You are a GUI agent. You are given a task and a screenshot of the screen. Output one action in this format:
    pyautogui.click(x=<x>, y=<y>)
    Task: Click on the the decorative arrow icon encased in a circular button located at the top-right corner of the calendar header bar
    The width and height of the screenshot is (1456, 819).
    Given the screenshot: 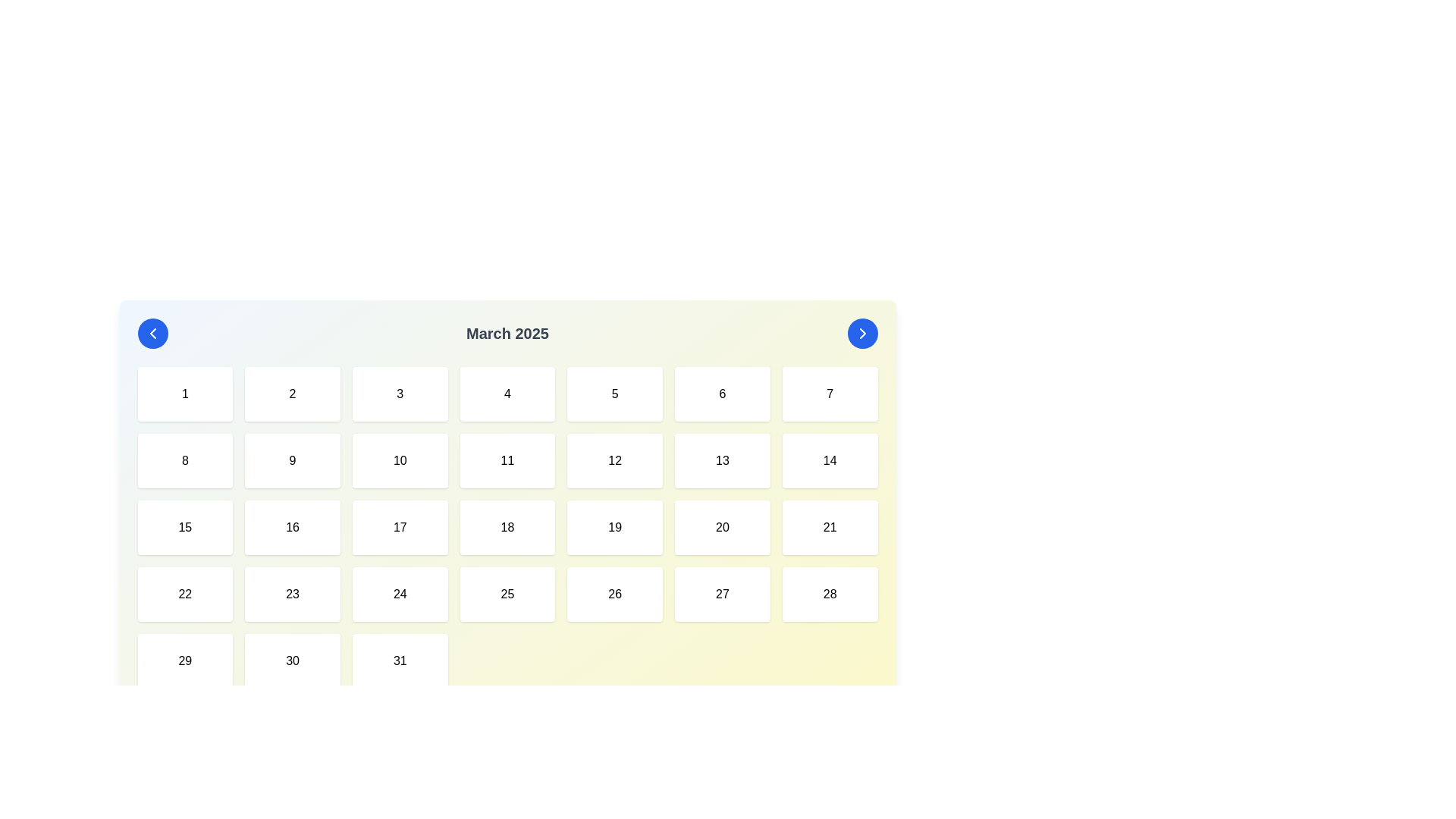 What is the action you would take?
    pyautogui.click(x=862, y=332)
    